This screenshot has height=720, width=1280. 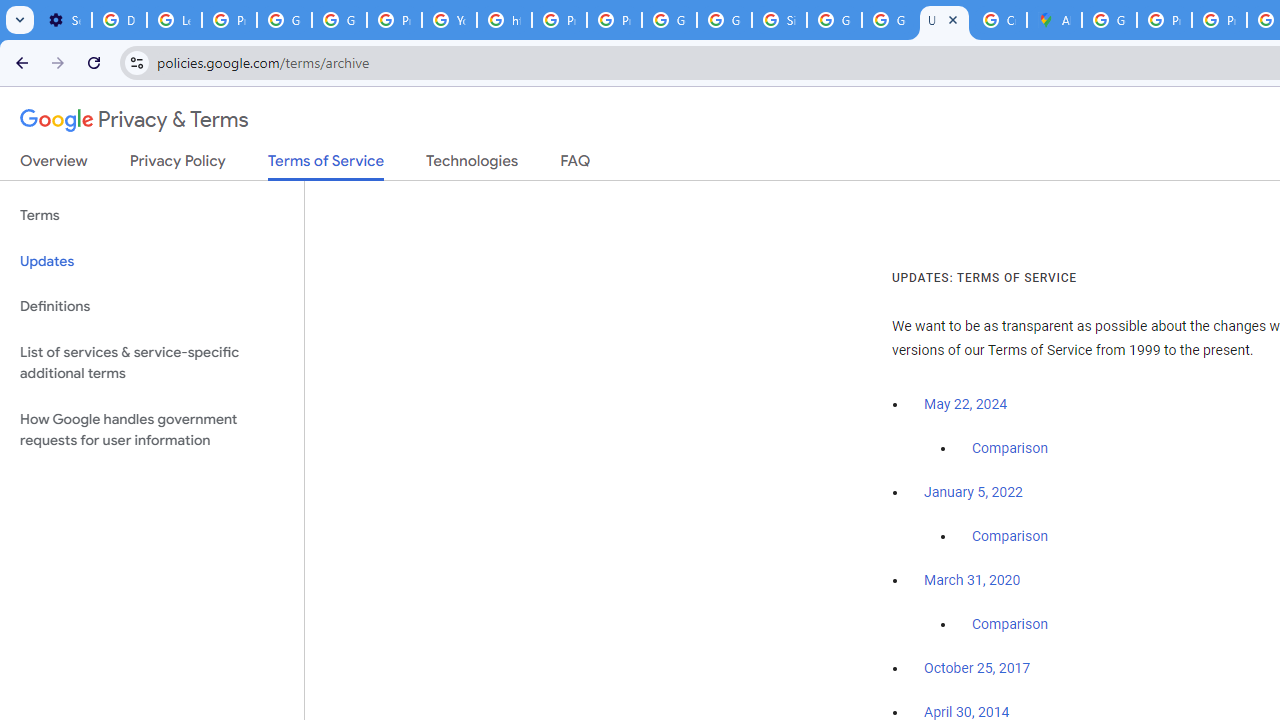 I want to click on 'YouTube', so click(x=448, y=20).